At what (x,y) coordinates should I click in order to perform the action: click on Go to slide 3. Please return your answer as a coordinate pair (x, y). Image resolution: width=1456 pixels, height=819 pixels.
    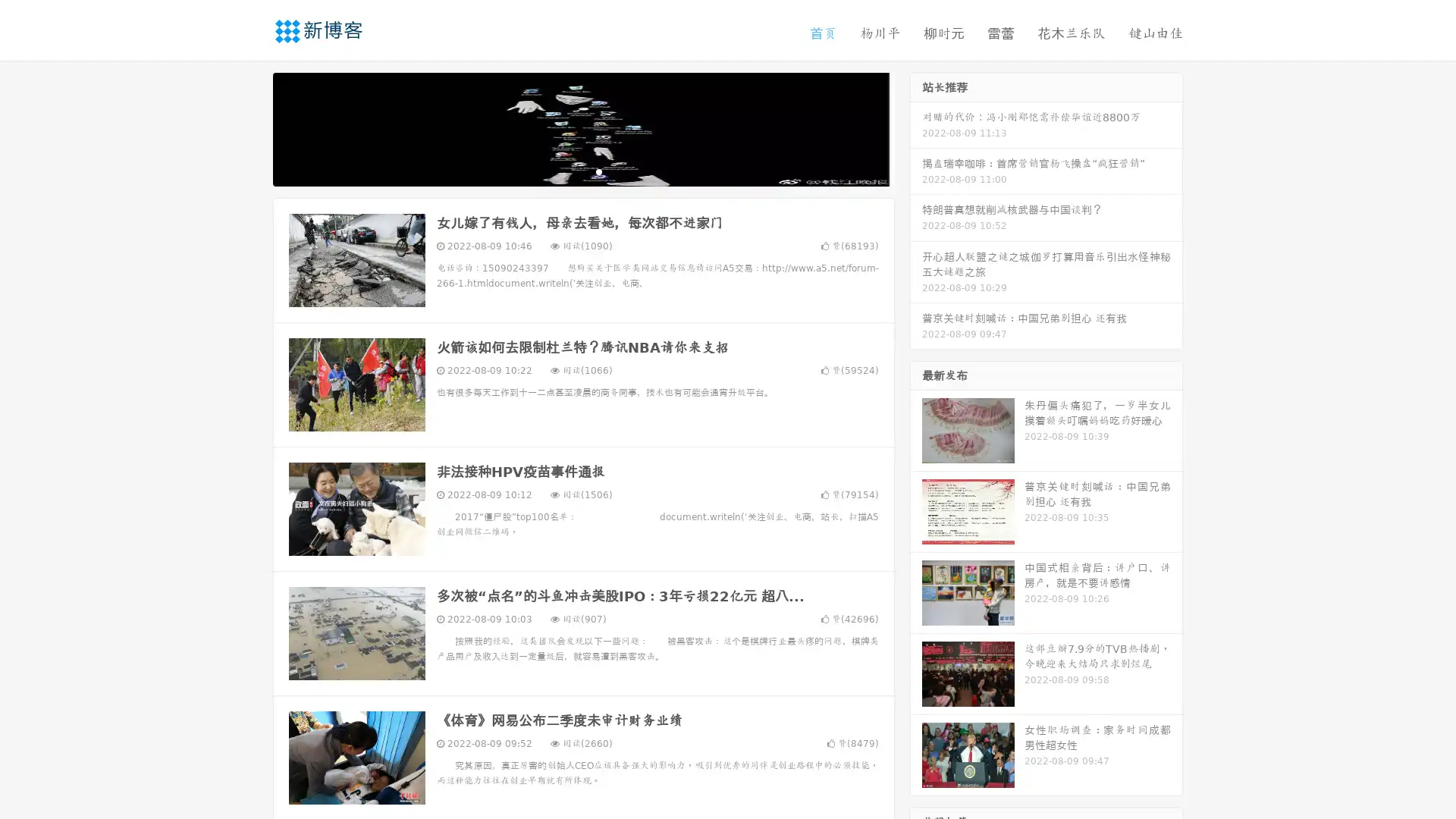
    Looking at the image, I should click on (598, 171).